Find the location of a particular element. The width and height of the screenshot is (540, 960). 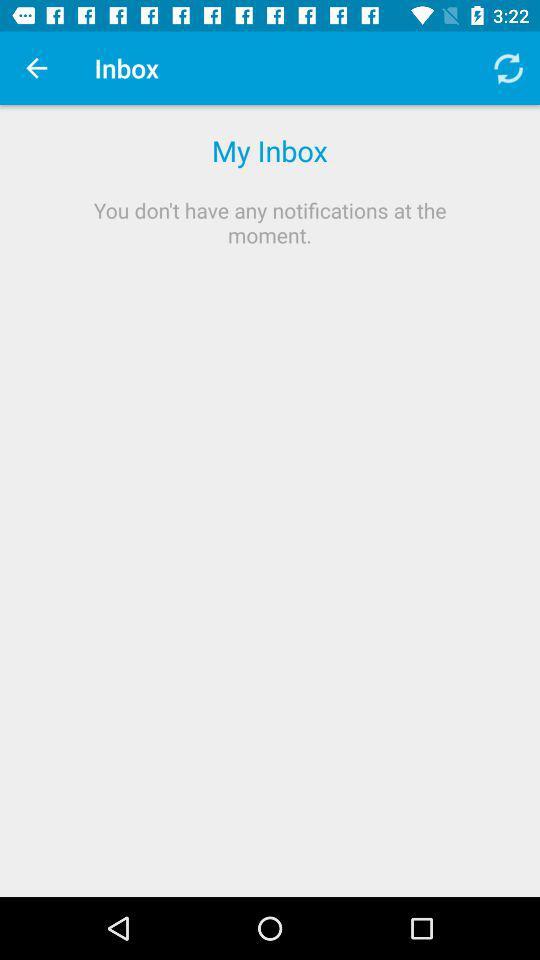

item at the top right corner is located at coordinates (508, 68).